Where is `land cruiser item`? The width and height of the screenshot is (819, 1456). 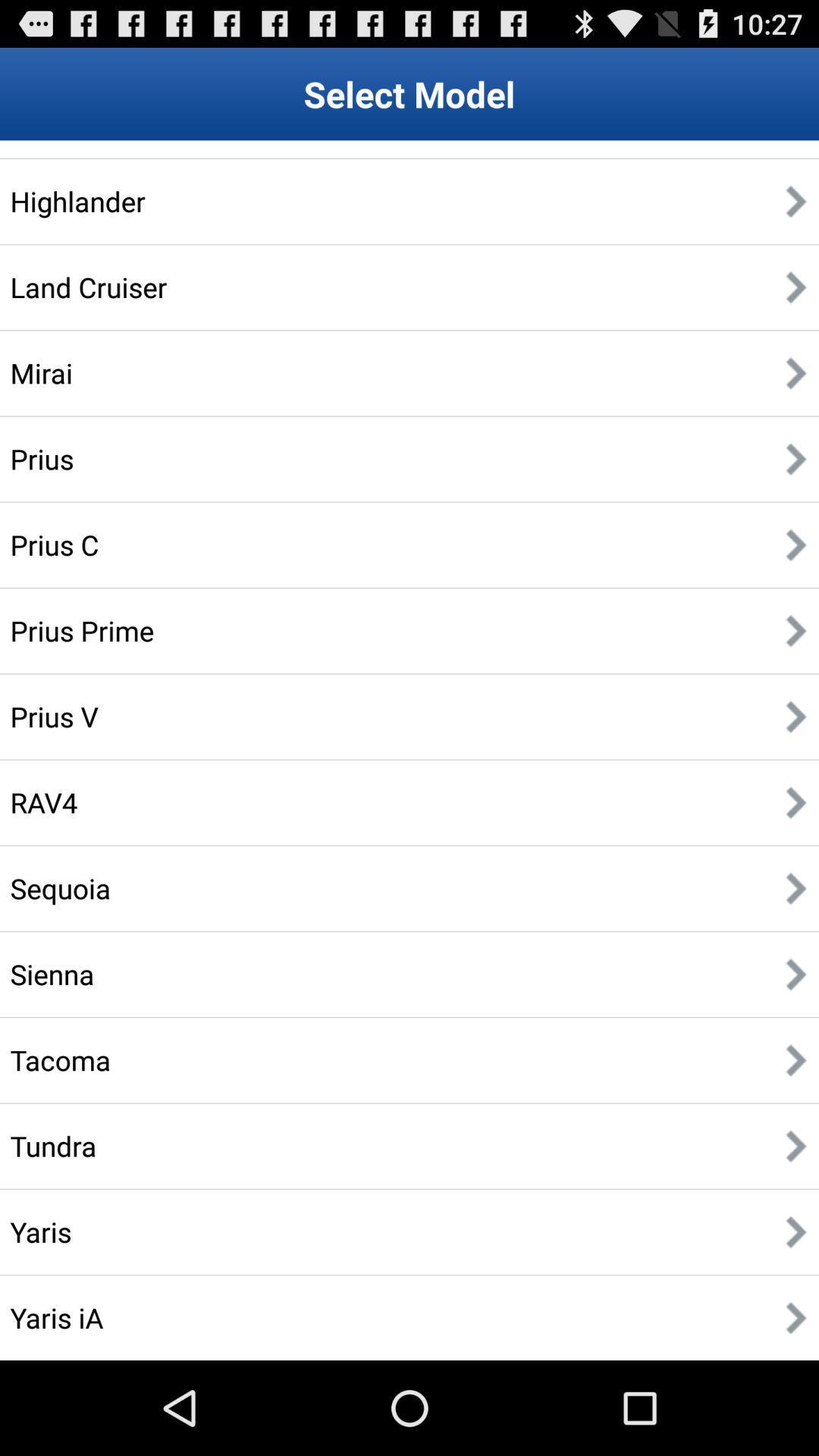
land cruiser item is located at coordinates (88, 287).